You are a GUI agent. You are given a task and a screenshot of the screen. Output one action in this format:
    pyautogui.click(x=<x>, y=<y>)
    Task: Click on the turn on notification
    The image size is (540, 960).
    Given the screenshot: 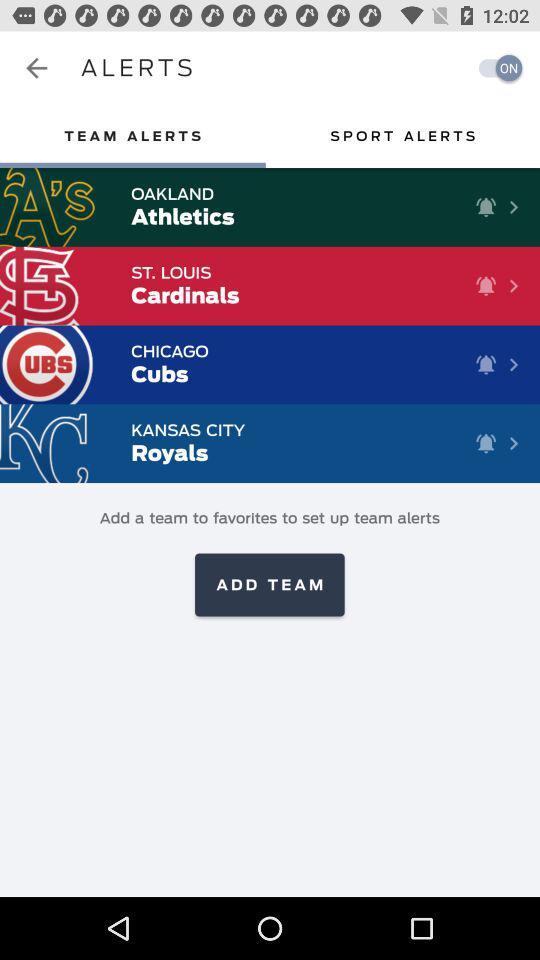 What is the action you would take?
    pyautogui.click(x=494, y=68)
    